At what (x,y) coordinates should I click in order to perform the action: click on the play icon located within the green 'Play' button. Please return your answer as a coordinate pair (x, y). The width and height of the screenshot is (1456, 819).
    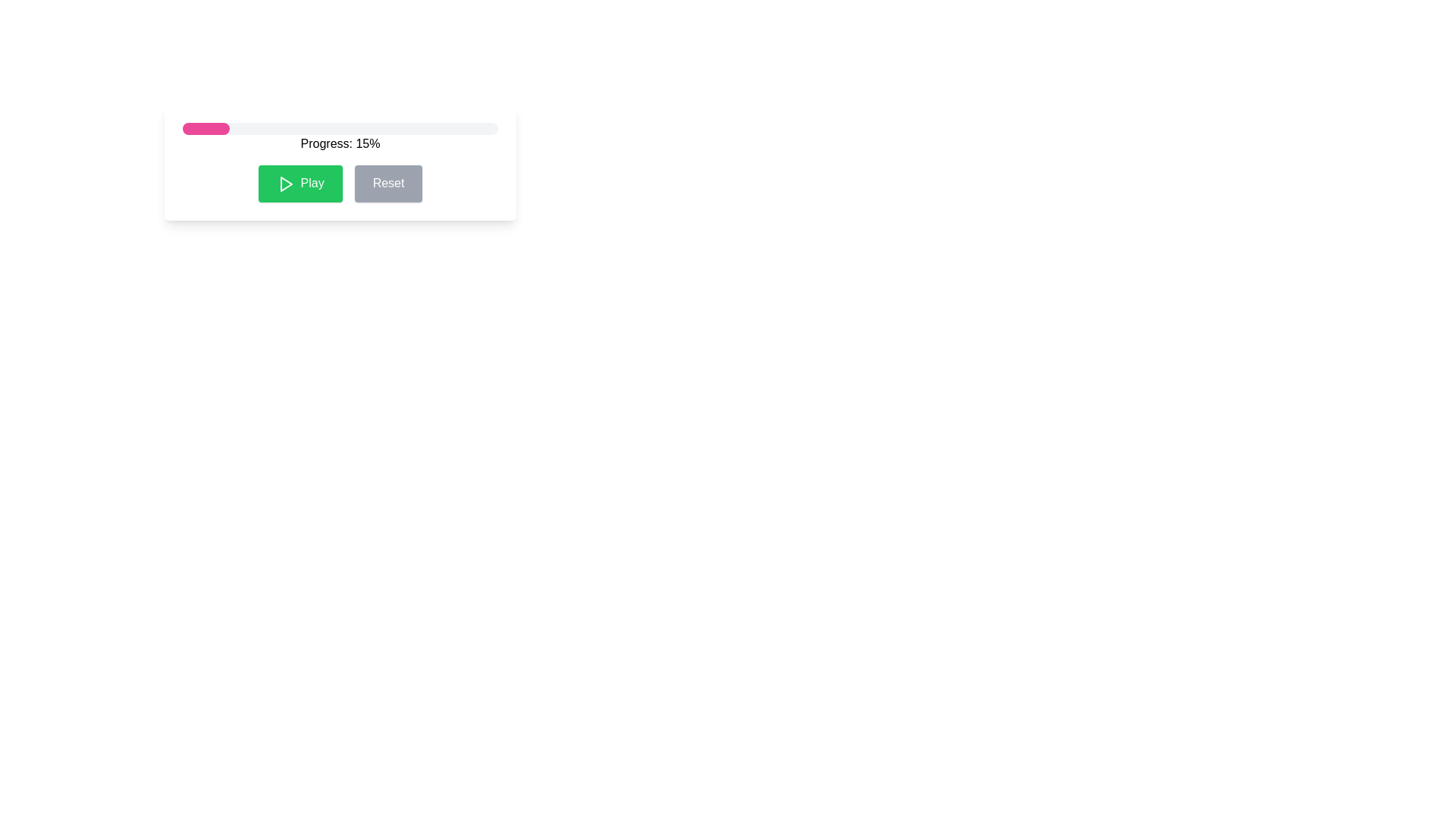
    Looking at the image, I should click on (286, 183).